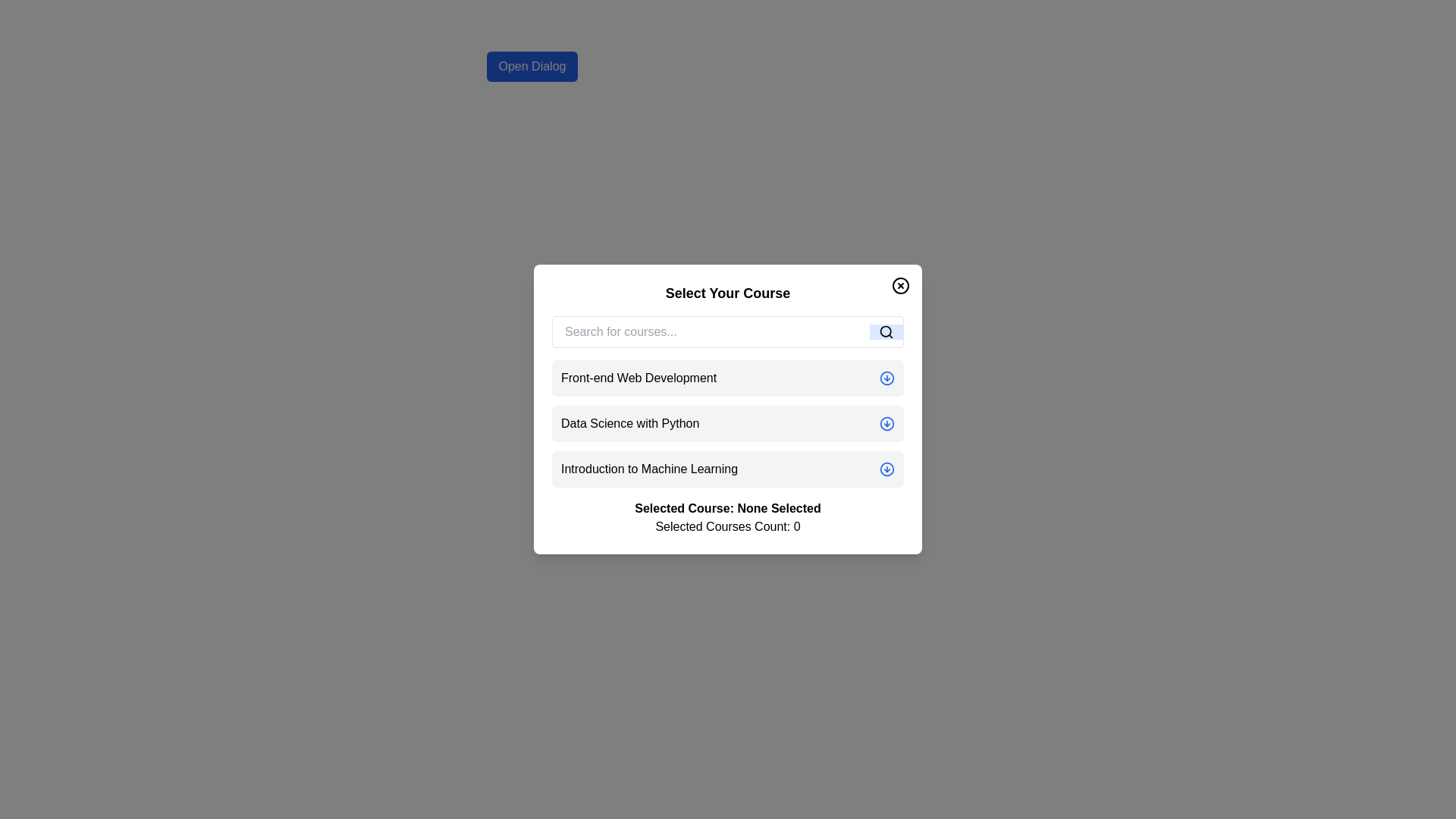 Image resolution: width=1456 pixels, height=819 pixels. What do you see at coordinates (728, 468) in the screenshot?
I see `the third course selection item in the list under 'Select Your Course'` at bounding box center [728, 468].